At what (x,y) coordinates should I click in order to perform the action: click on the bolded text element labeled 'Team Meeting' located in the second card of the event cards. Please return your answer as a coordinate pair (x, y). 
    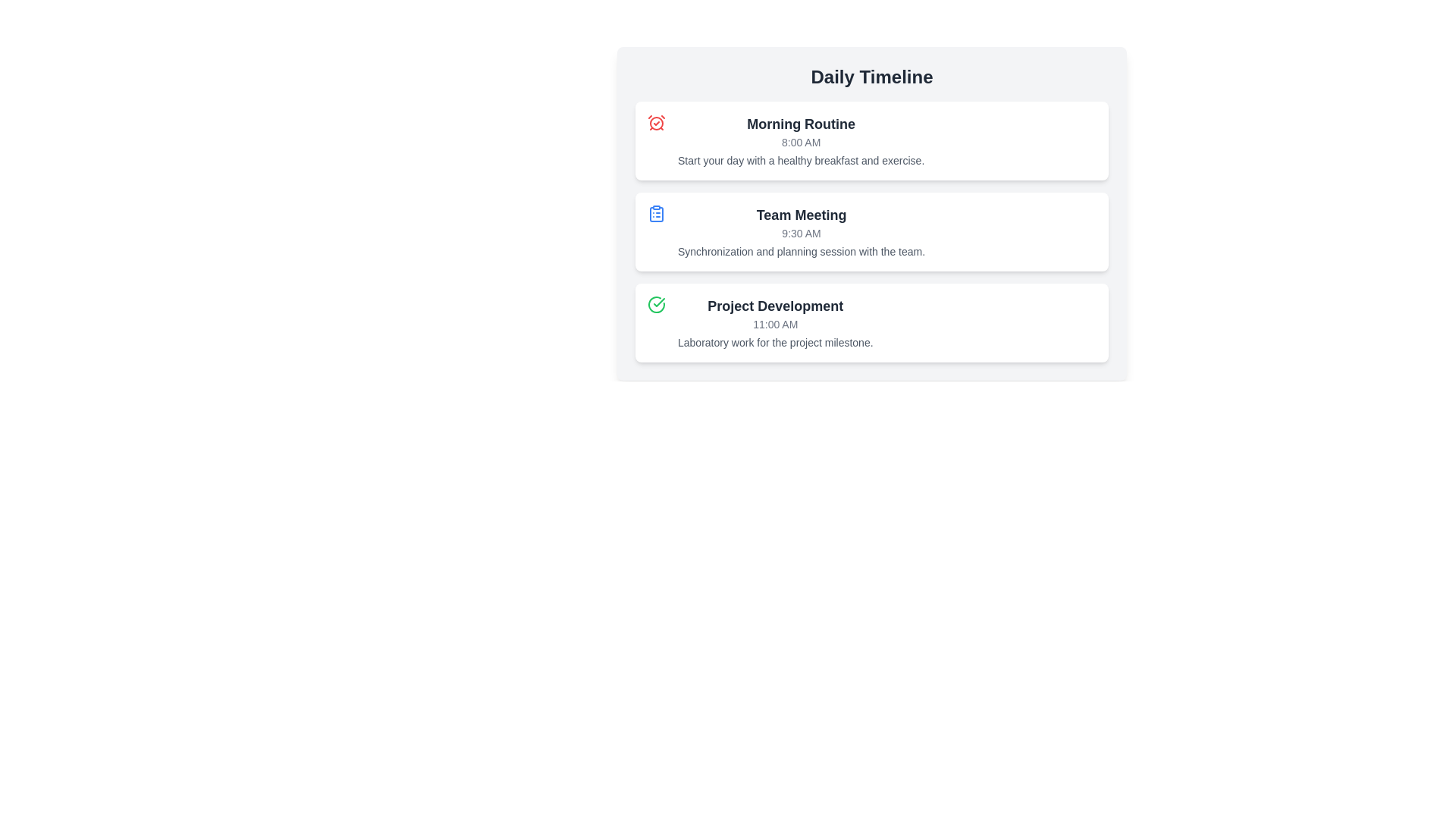
    Looking at the image, I should click on (800, 215).